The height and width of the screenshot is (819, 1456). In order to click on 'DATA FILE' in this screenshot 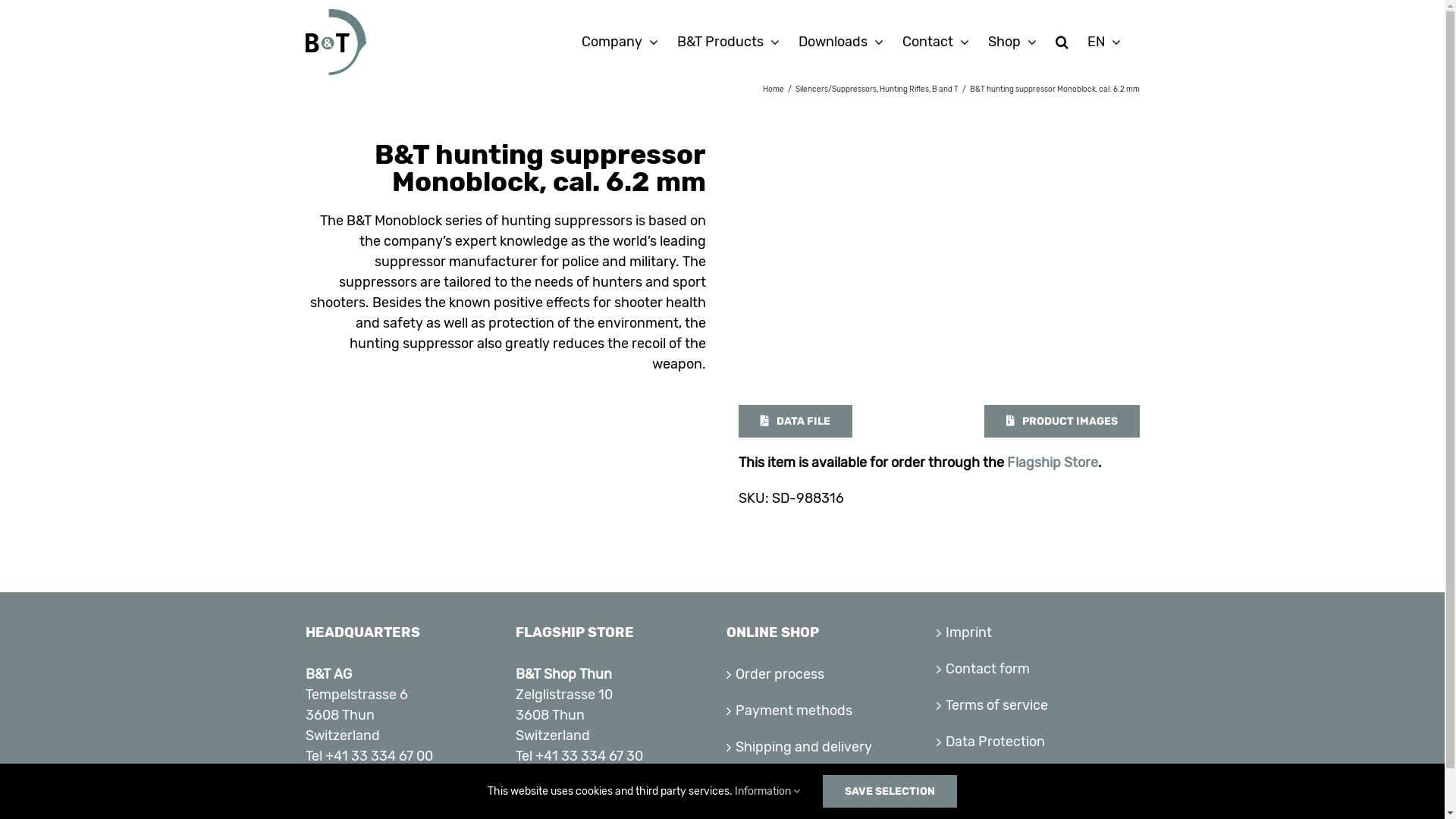, I will do `click(795, 421)`.